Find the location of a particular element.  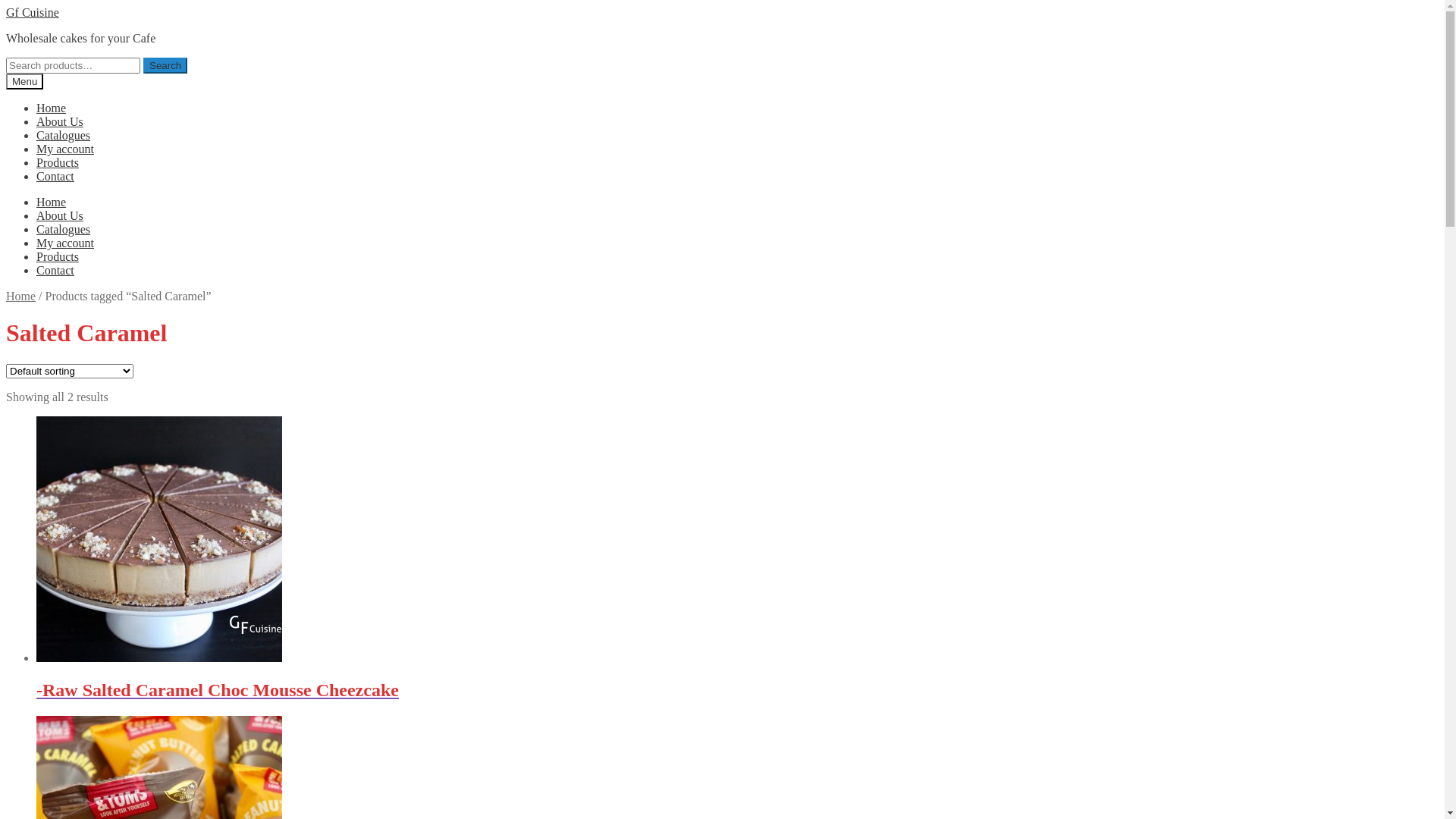

'Catalogues' is located at coordinates (62, 134).